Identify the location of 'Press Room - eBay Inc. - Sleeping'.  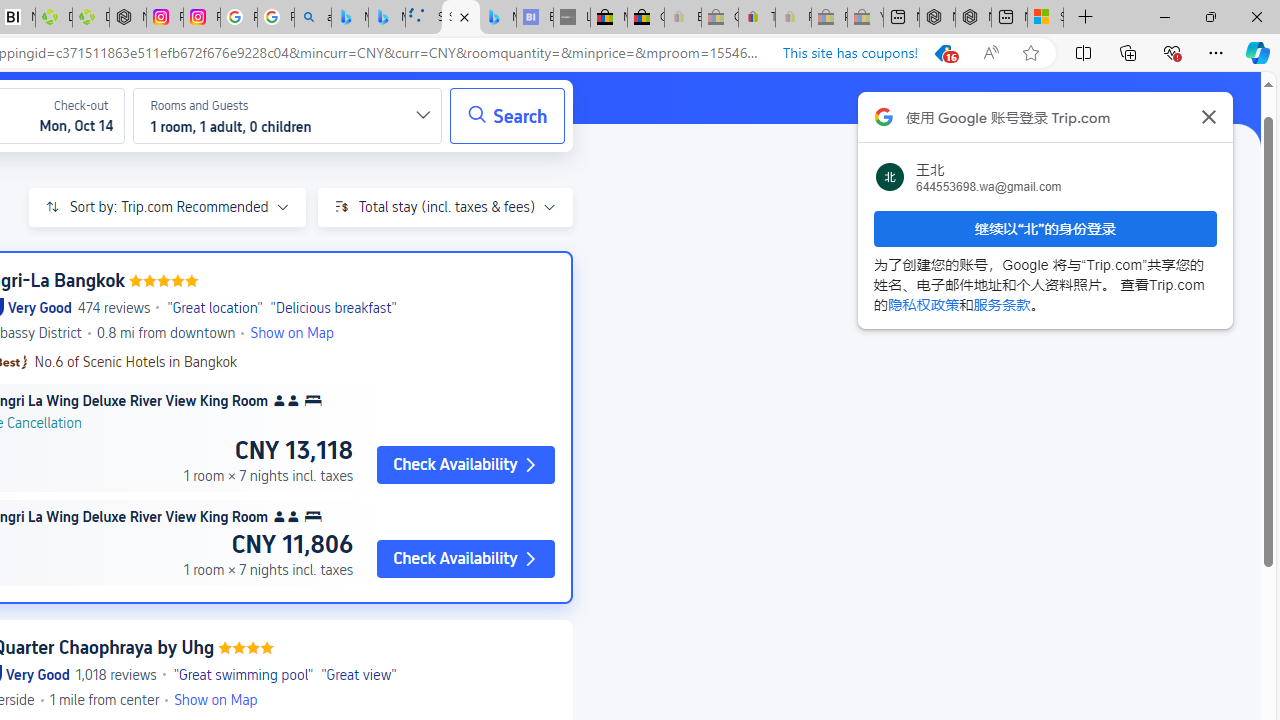
(829, 17).